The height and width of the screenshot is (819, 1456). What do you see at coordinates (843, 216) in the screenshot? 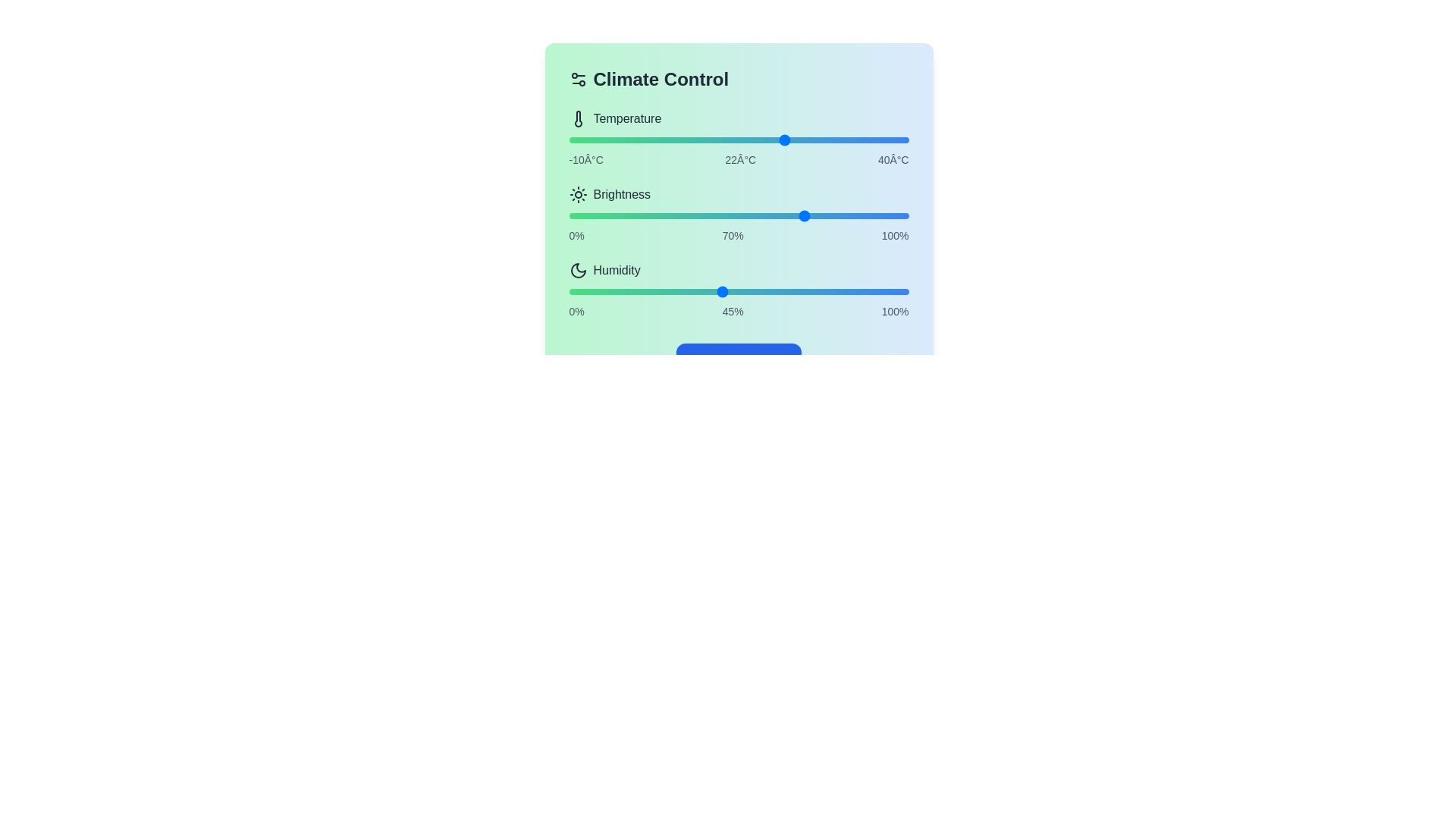
I see `the brightness level` at bounding box center [843, 216].